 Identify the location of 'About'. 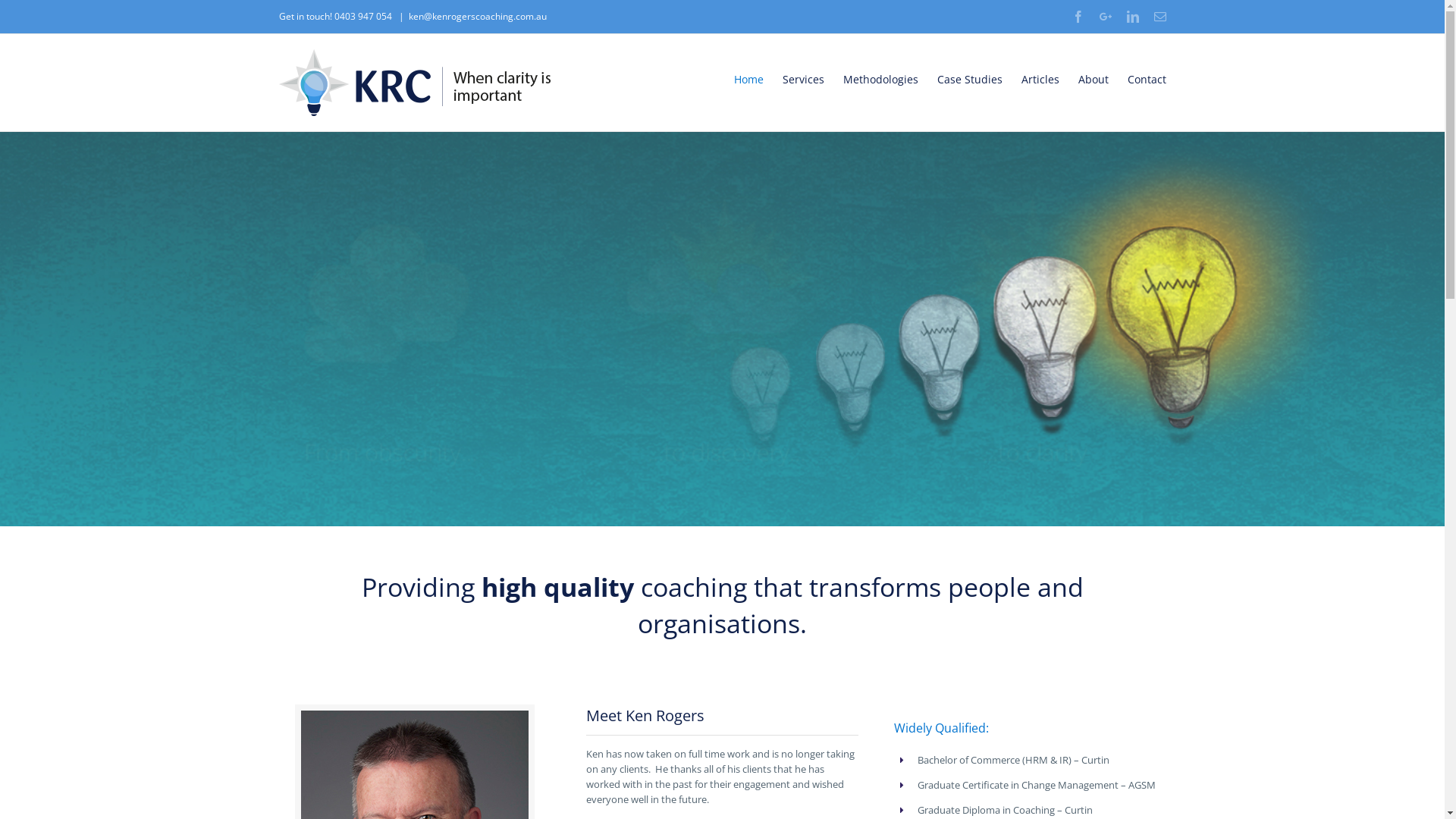
(1093, 79).